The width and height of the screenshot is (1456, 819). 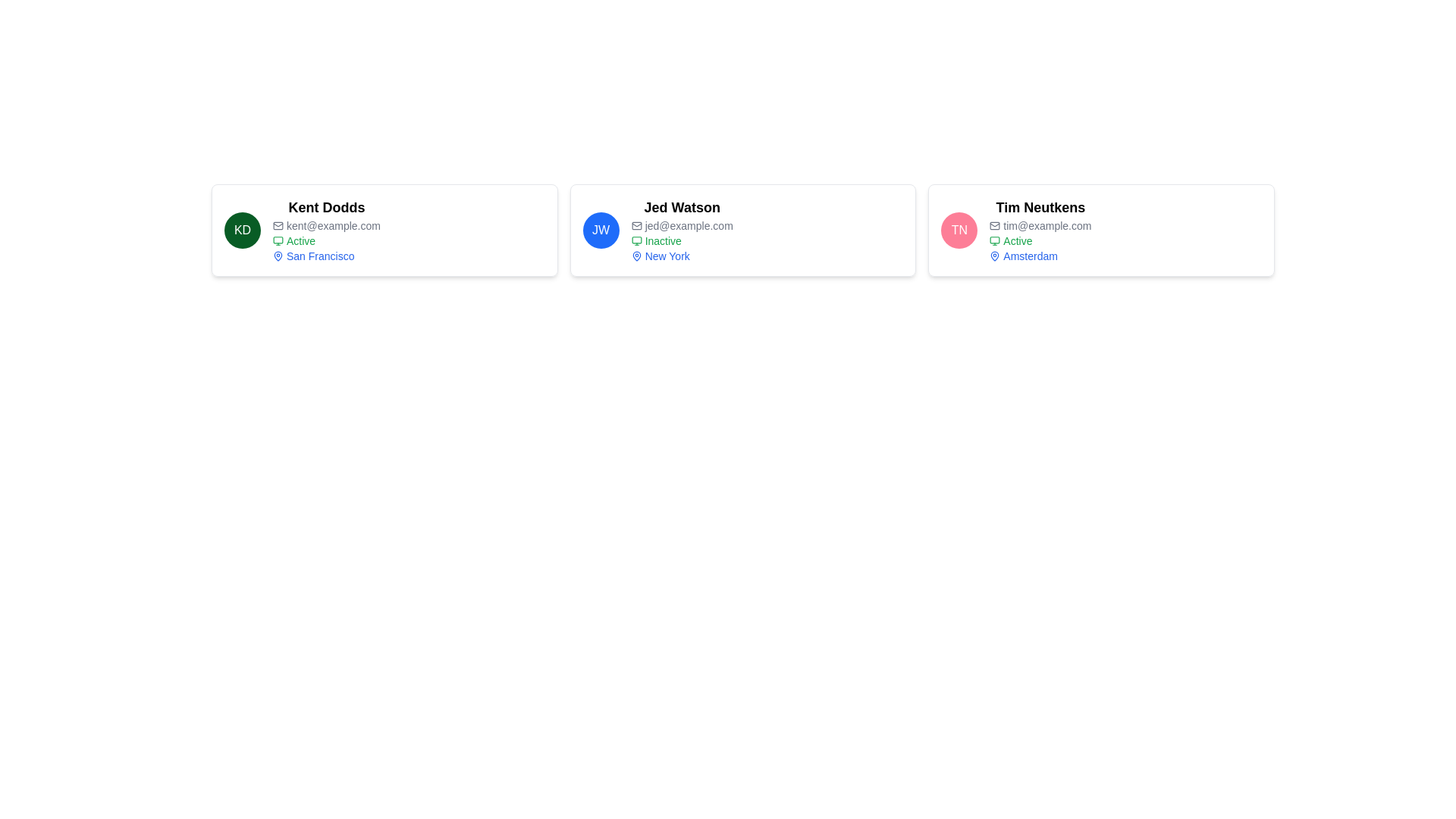 What do you see at coordinates (1040, 256) in the screenshot?
I see `the blue link styled text 'Amsterdam' with a map pin icon located at the bottom of the card about 'Tim Neutkens'` at bounding box center [1040, 256].